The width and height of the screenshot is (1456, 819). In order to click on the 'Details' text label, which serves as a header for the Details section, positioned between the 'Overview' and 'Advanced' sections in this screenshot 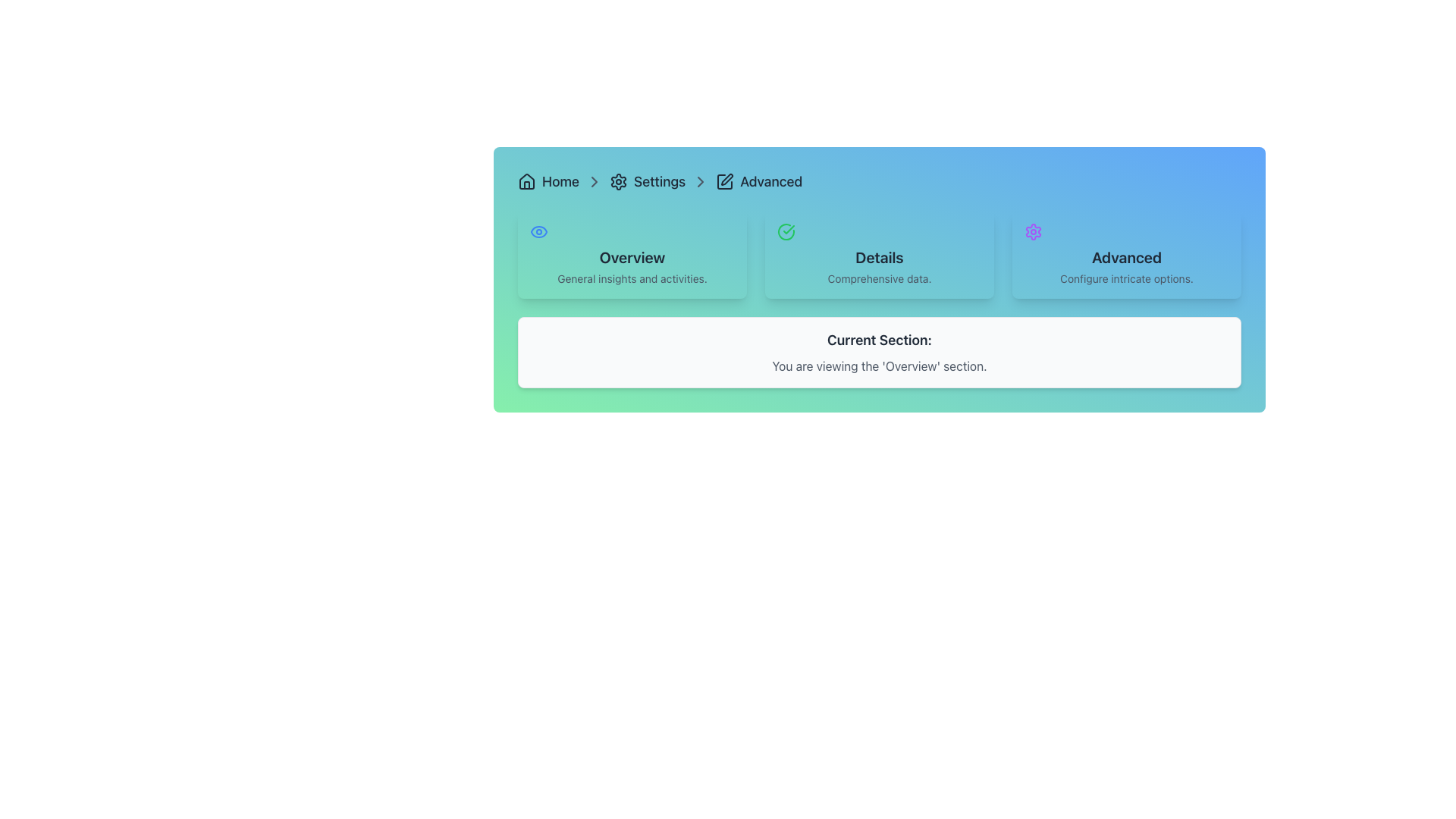, I will do `click(880, 256)`.